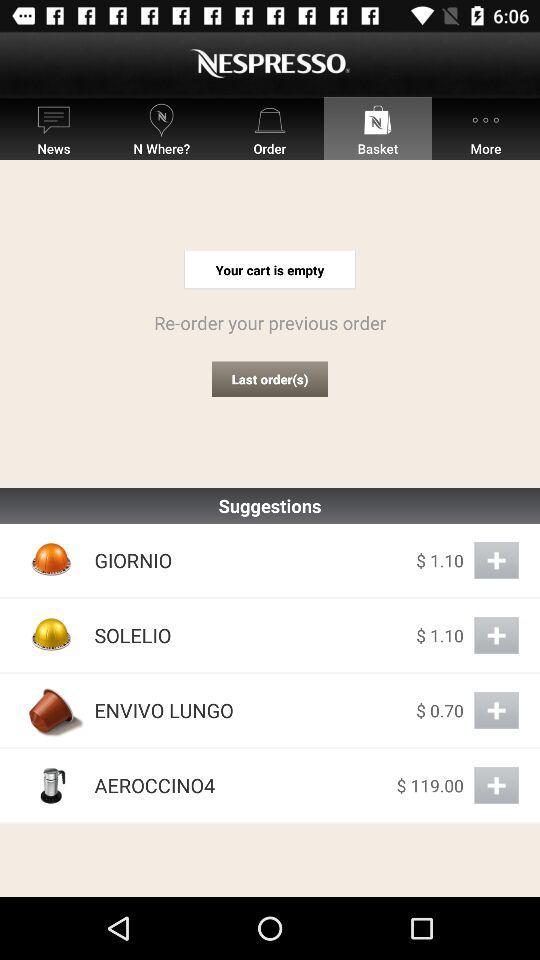  What do you see at coordinates (495, 634) in the screenshot?
I see `this to basket` at bounding box center [495, 634].